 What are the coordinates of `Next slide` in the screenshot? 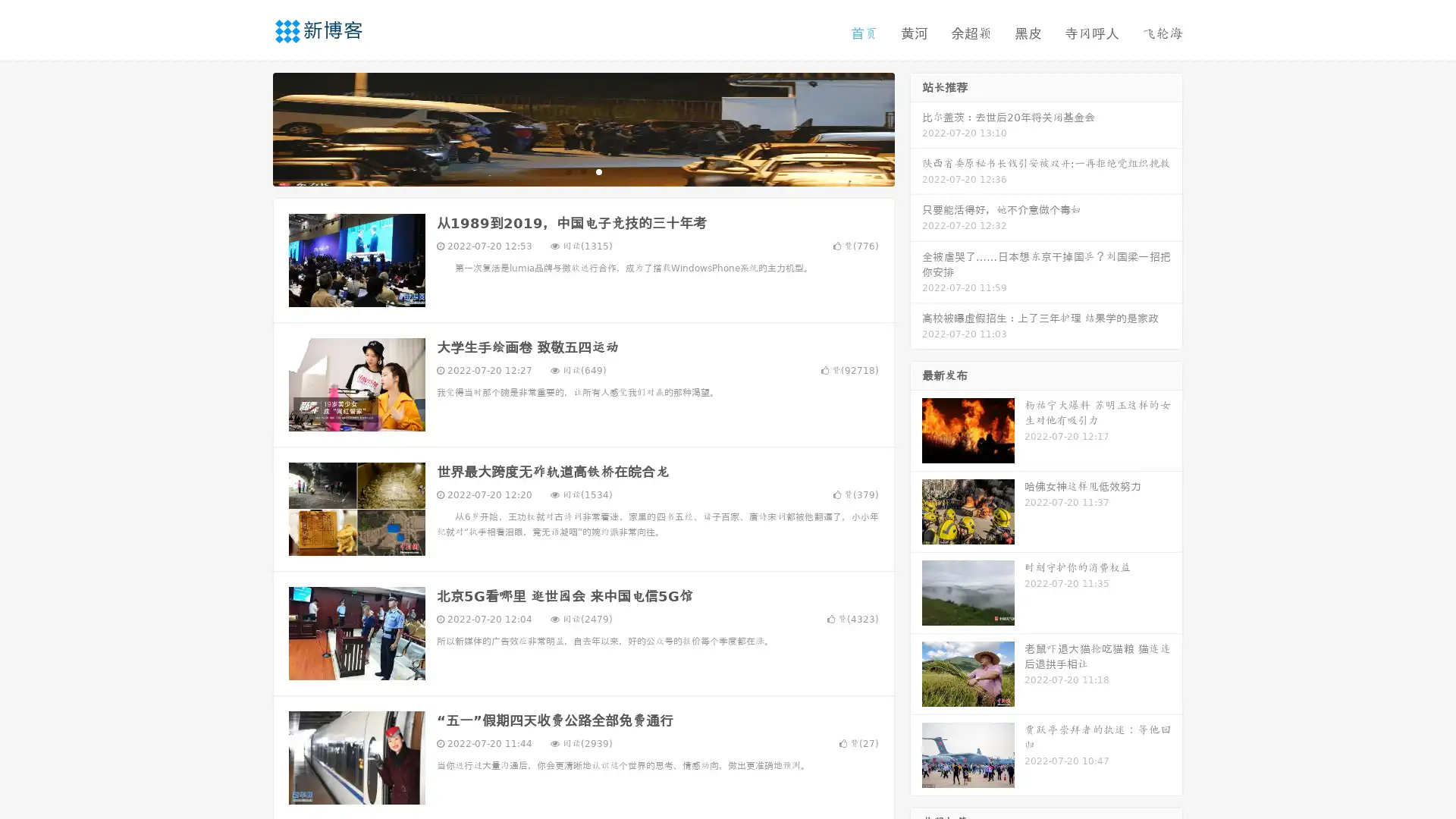 It's located at (916, 127).